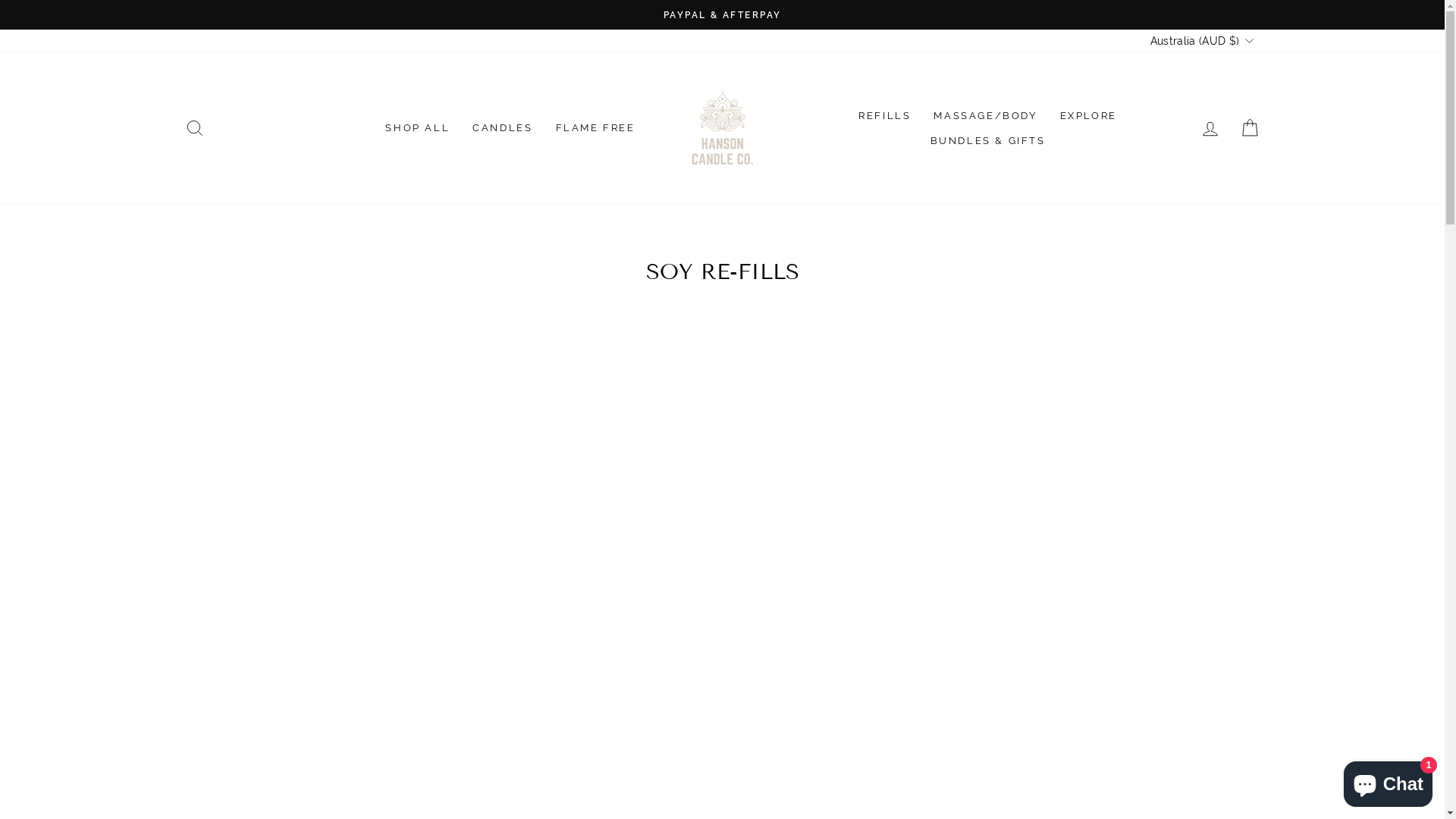 The height and width of the screenshot is (819, 1456). I want to click on 'MASSAGE/BODY', so click(985, 115).